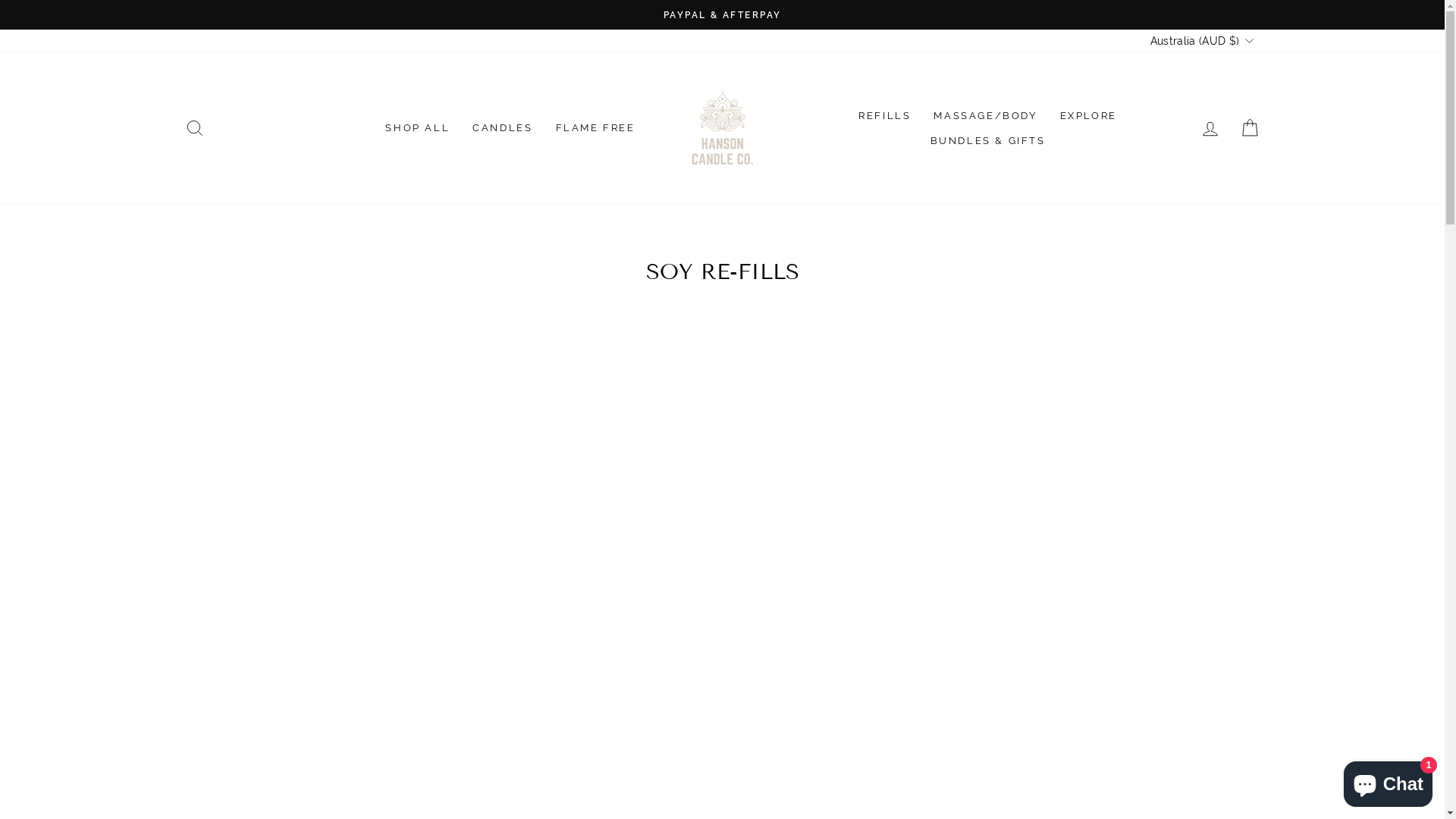 The height and width of the screenshot is (819, 1456). I want to click on 'MASSAGE/BODY', so click(985, 115).